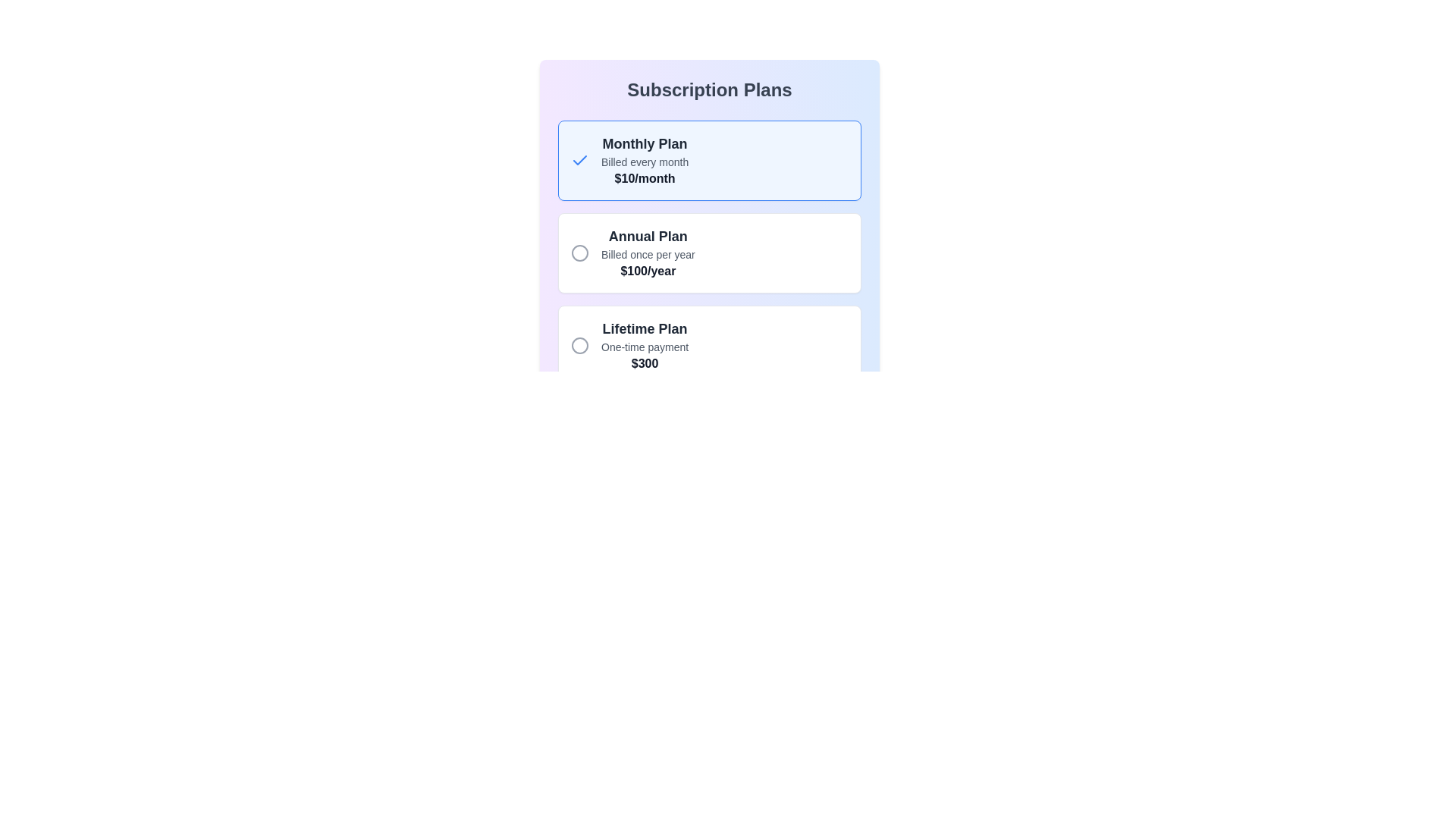  Describe the element at coordinates (645, 328) in the screenshot. I see `the header label for the 'Lifetime Plan' option, which identifies this subscription plan to the user` at that location.